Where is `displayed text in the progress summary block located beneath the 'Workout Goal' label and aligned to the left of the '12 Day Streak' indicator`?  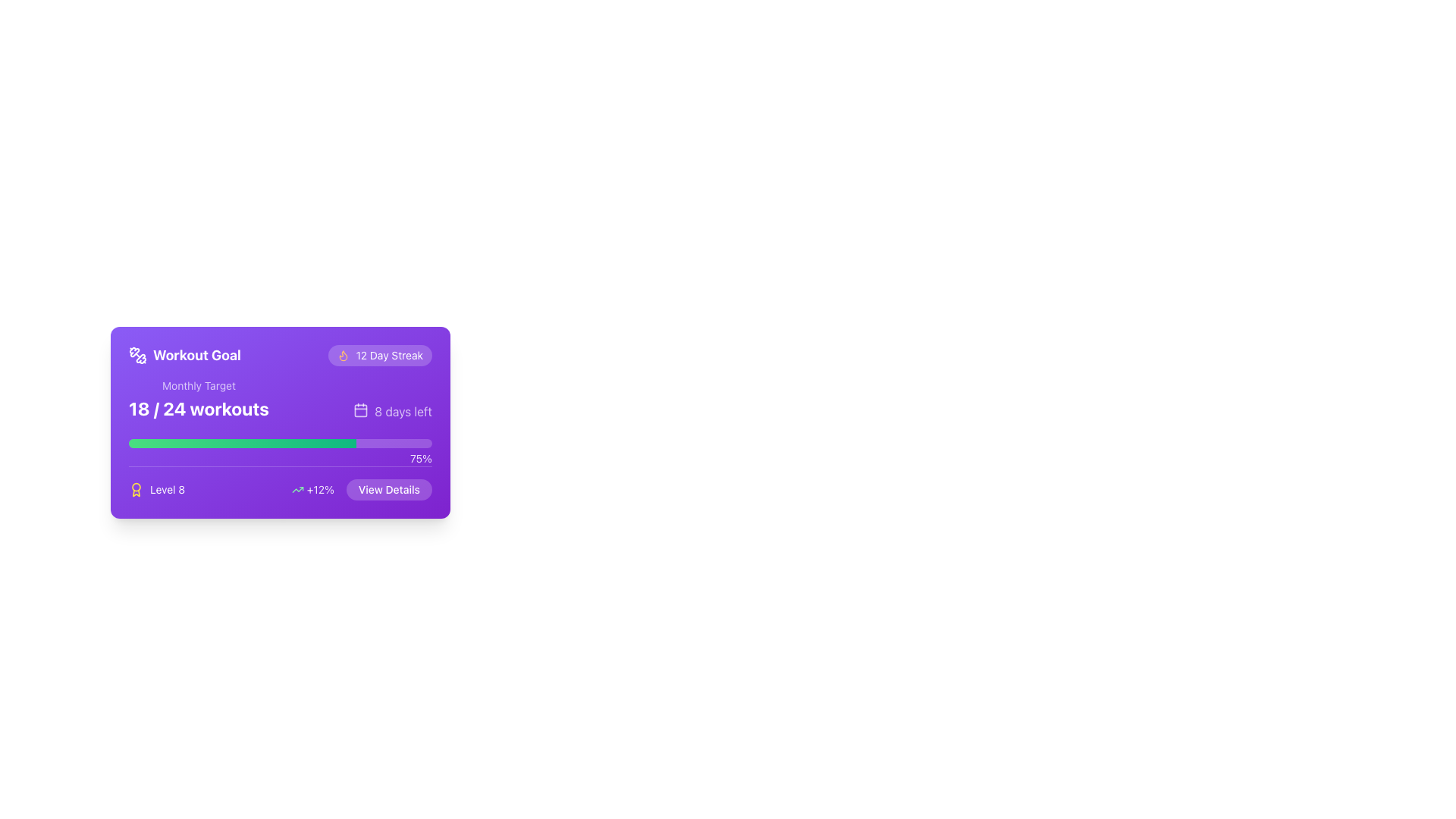 displayed text in the progress summary block located beneath the 'Workout Goal' label and aligned to the left of the '12 Day Streak' indicator is located at coordinates (198, 399).